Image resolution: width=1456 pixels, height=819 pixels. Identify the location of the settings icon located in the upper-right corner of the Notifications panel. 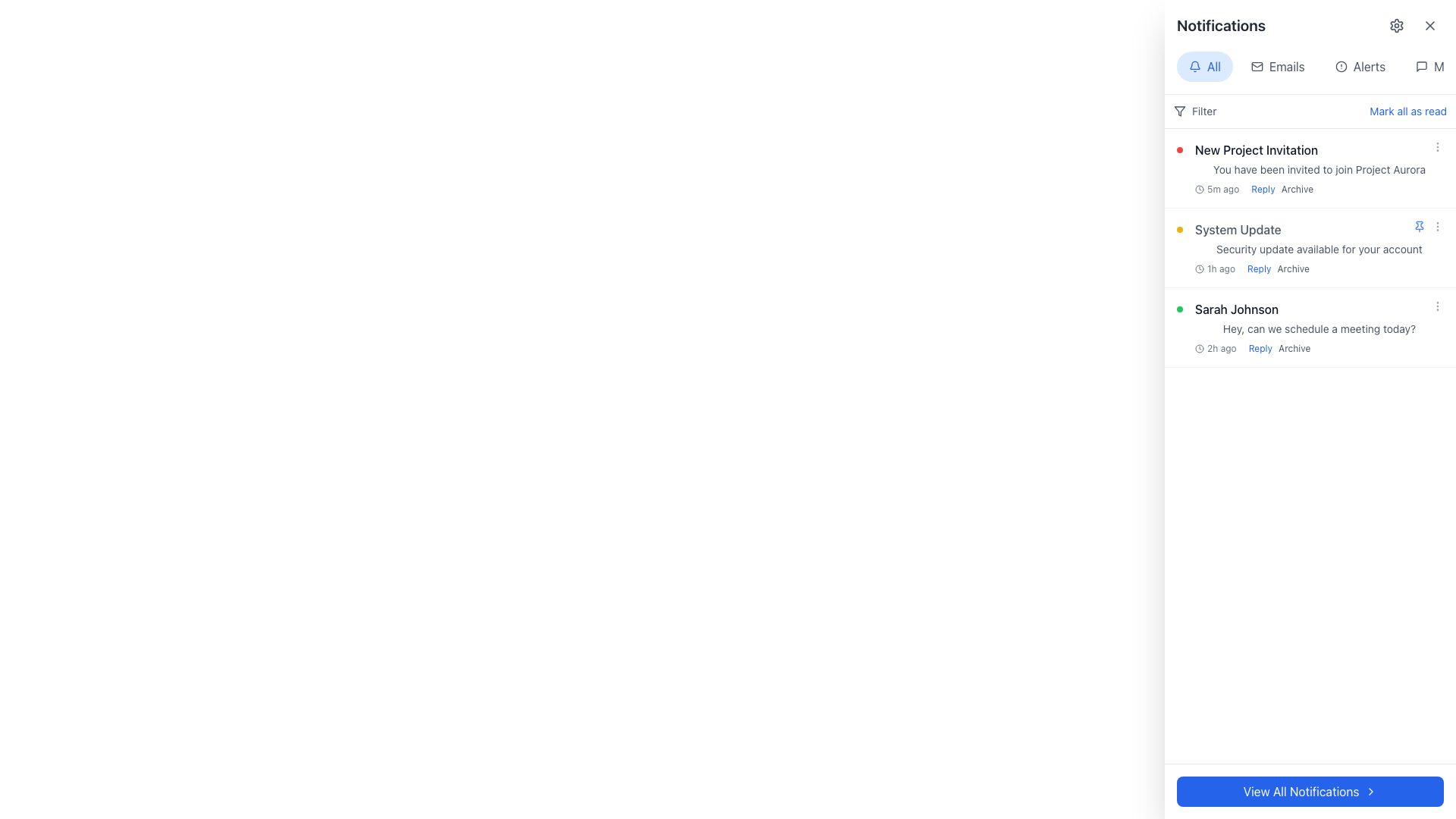
(1396, 26).